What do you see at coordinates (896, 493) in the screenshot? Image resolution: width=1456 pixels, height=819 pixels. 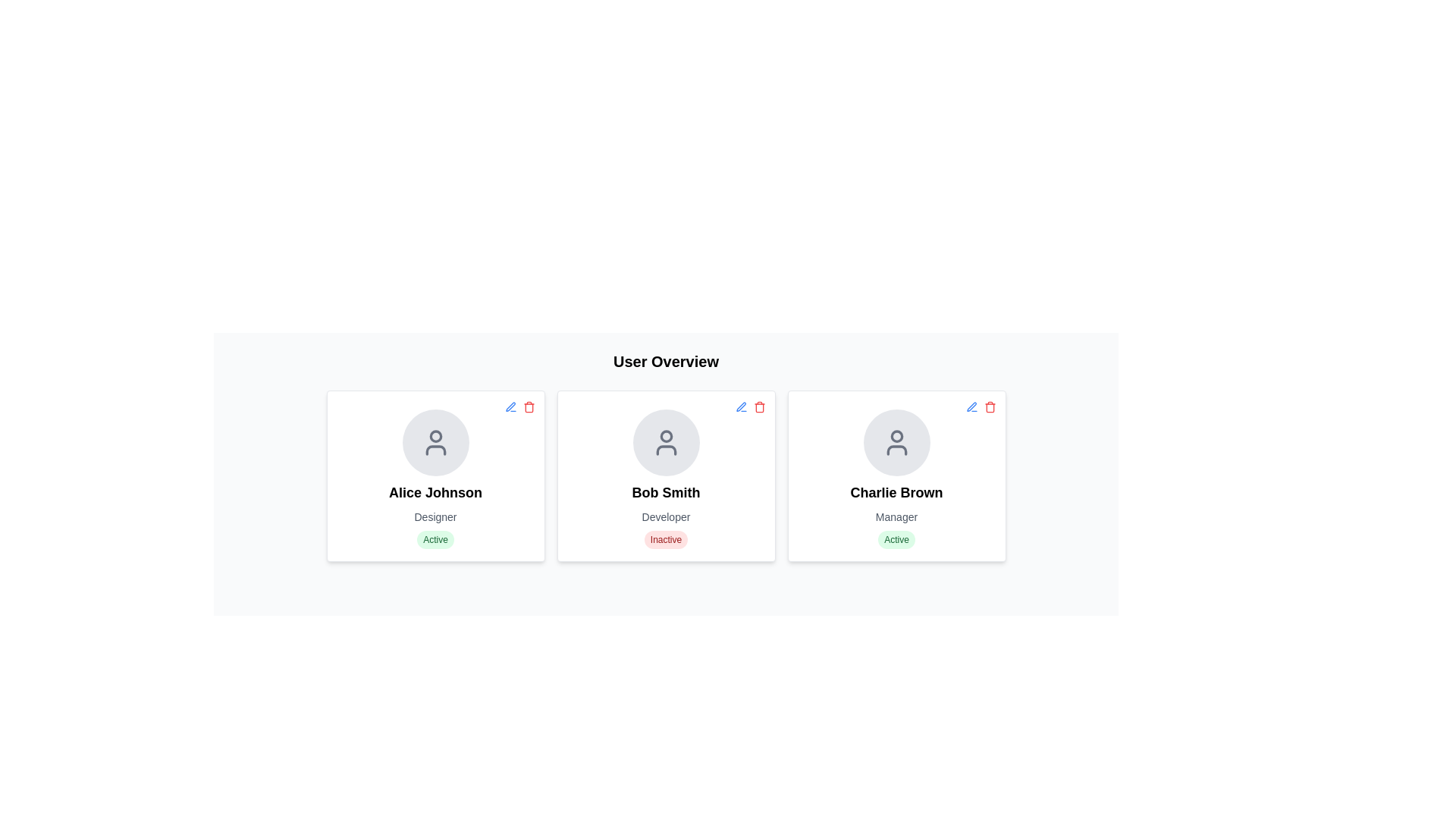 I see `the static text label displaying 'Charlie Brown', which is centrally aligned and prominently styled, located below the avatar icon in the rightmost card of a three-card layout` at bounding box center [896, 493].